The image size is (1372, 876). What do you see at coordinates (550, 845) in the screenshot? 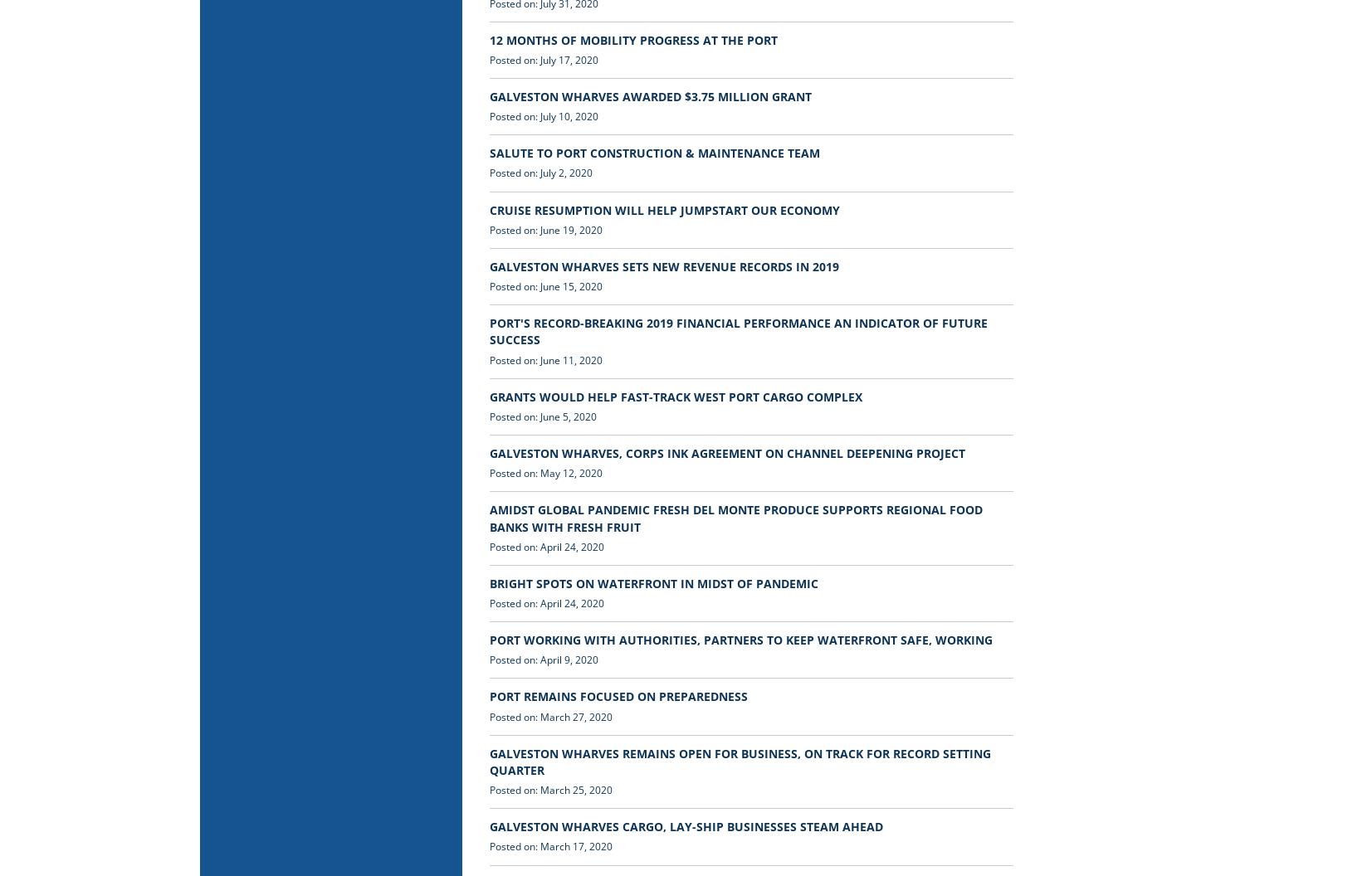
I see `'Posted on: March 17, 2020'` at bounding box center [550, 845].